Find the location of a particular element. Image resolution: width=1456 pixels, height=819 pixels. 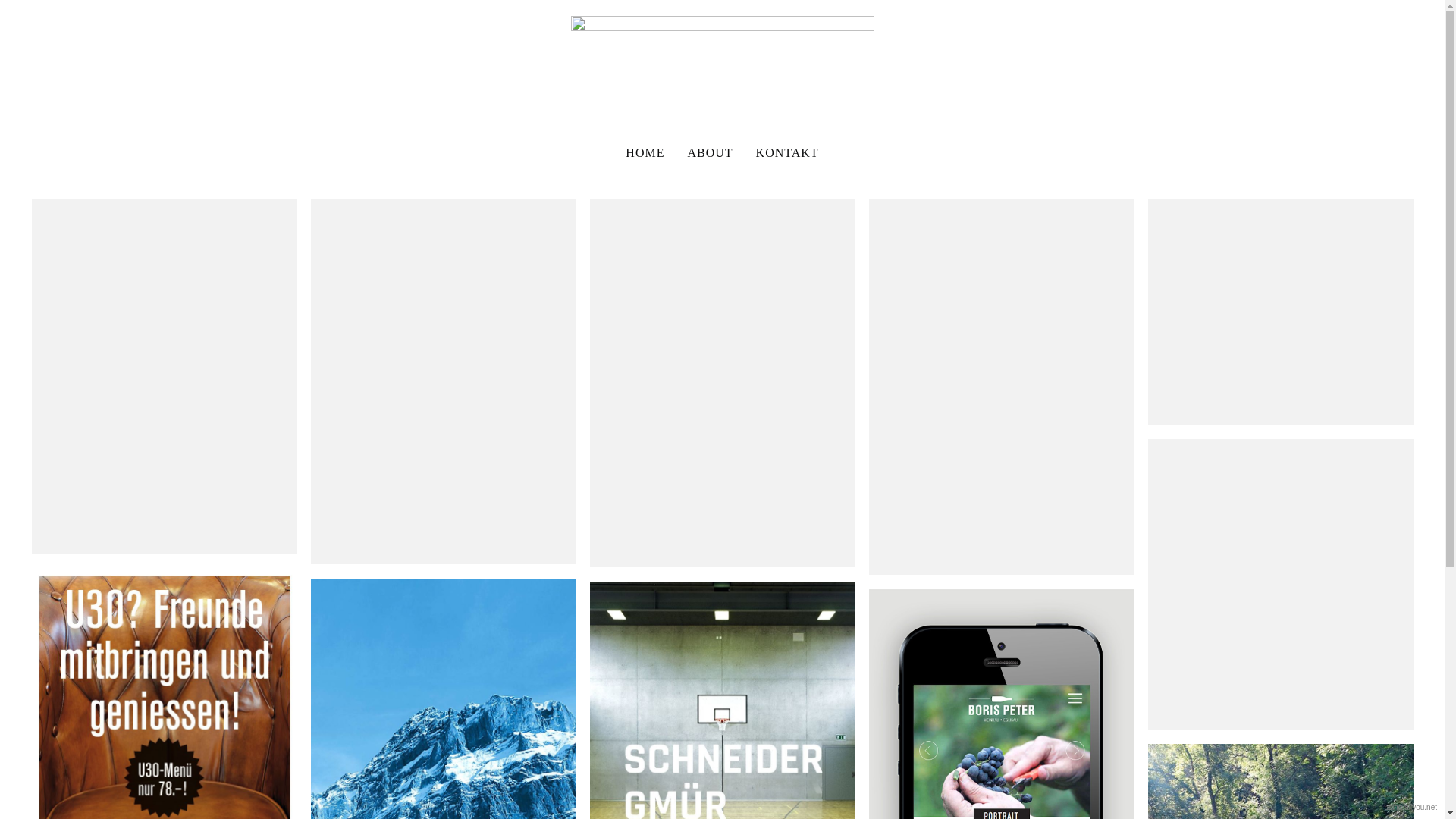

'ABOUT' is located at coordinates (709, 152).